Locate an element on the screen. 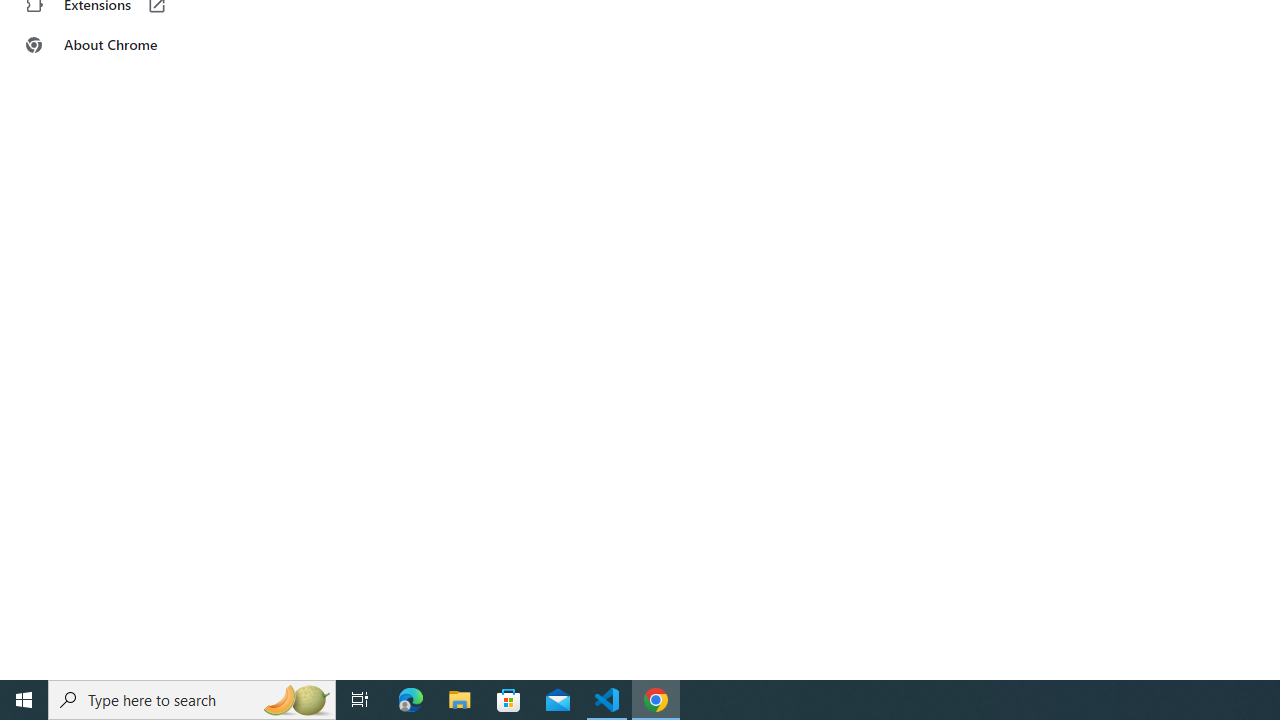 This screenshot has width=1280, height=720. 'About Chrome' is located at coordinates (123, 45).